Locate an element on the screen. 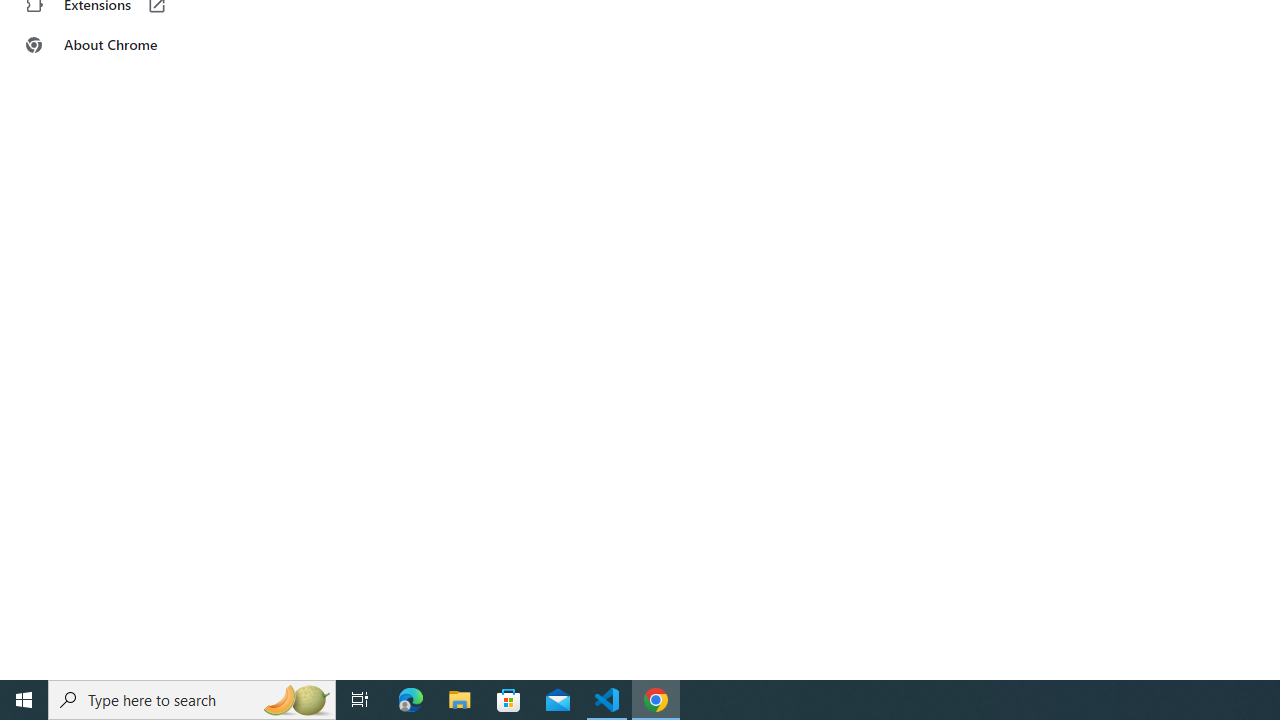 This screenshot has width=1280, height=720. 'About Chrome' is located at coordinates (123, 45).